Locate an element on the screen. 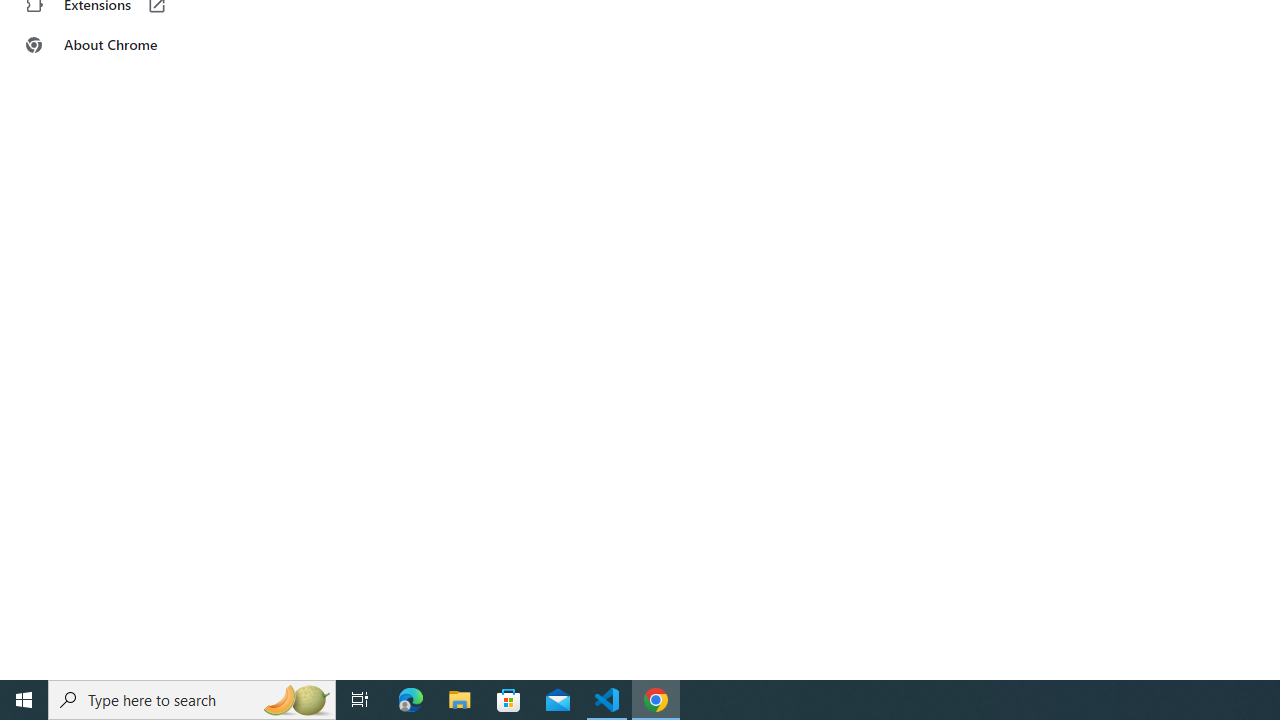 This screenshot has width=1280, height=720. 'About Chrome' is located at coordinates (123, 45).